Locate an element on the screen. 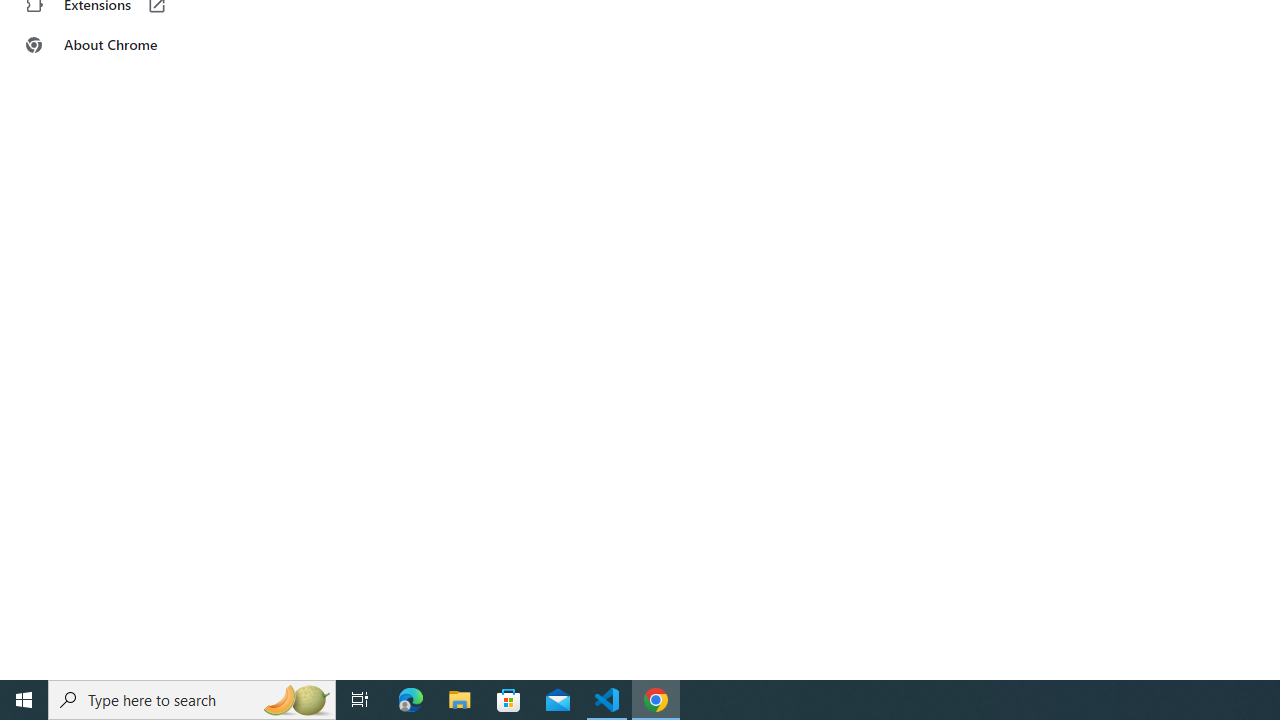 This screenshot has width=1280, height=720. 'About Chrome' is located at coordinates (123, 45).